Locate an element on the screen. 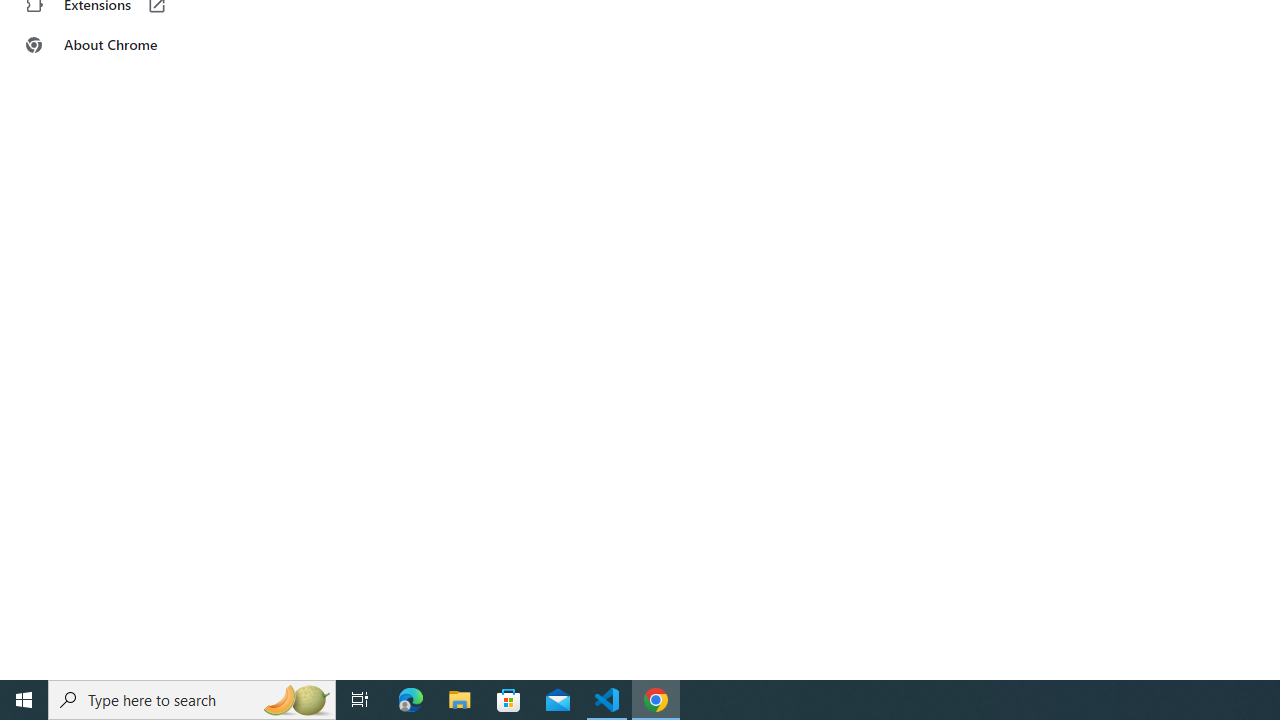 This screenshot has width=1280, height=720. 'About Chrome' is located at coordinates (123, 45).